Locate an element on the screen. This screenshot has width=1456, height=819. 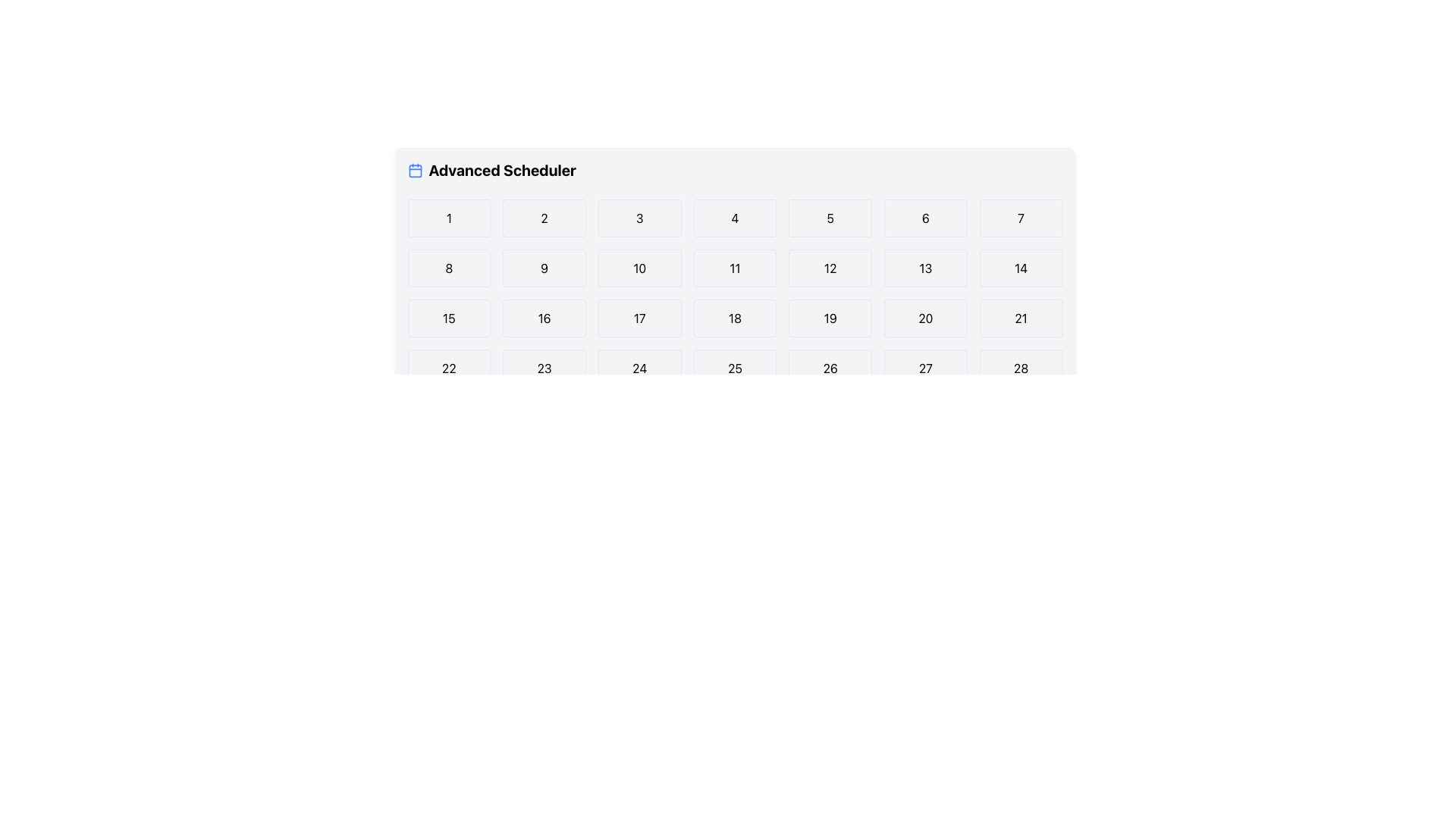
the selectable date option button located in the fourth row and fifth column of the calendar interface is located at coordinates (830, 369).